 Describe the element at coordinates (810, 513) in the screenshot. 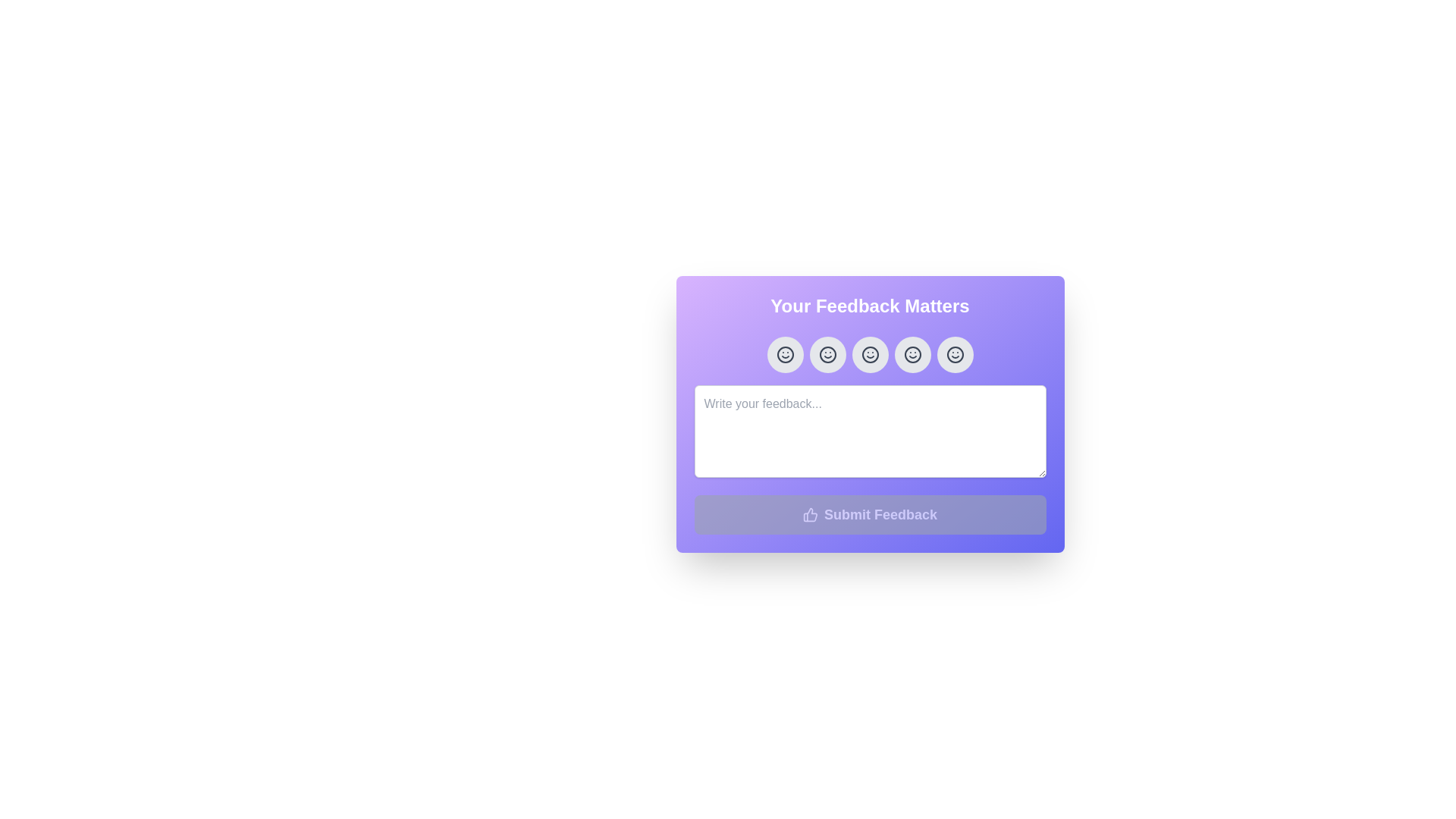

I see `the thumbs-up icon located to the left of the 'Submit Feedback' button within the purple feedback form card` at that location.